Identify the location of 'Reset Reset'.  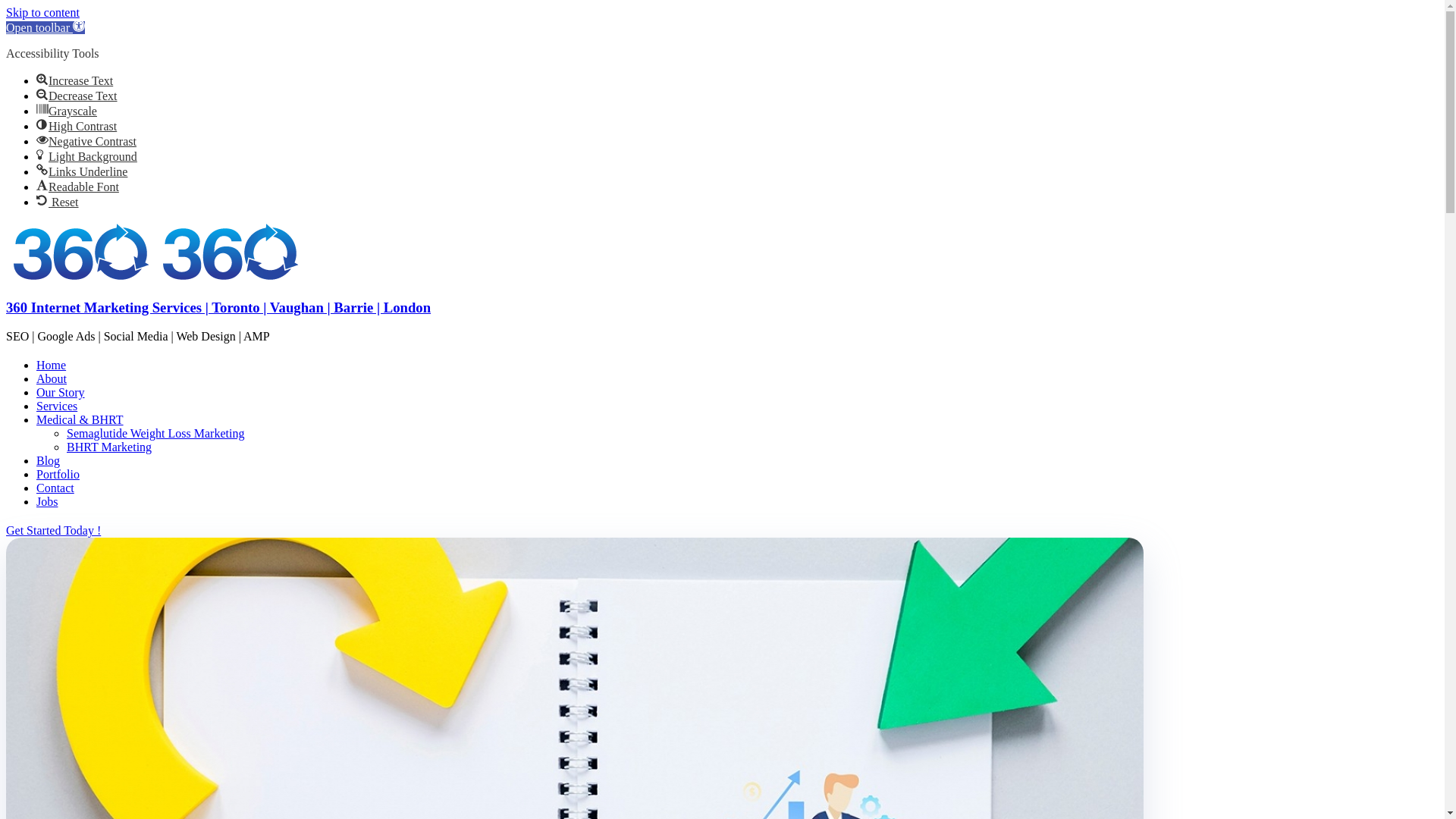
(36, 201).